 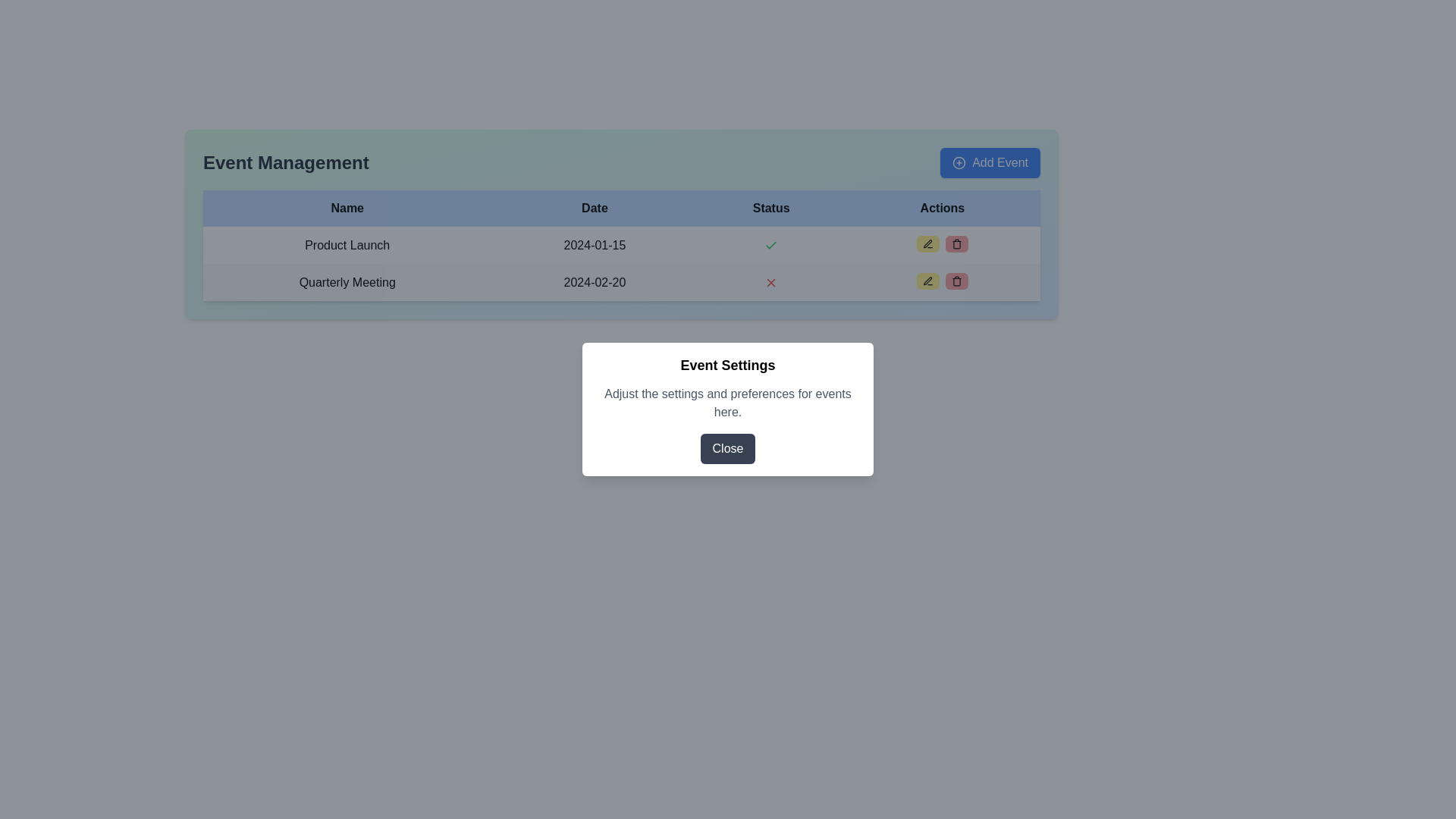 What do you see at coordinates (347, 244) in the screenshot?
I see `the text label displaying 'Product Launch', which is located in the first column of the second row of a table under the header 'Name'` at bounding box center [347, 244].